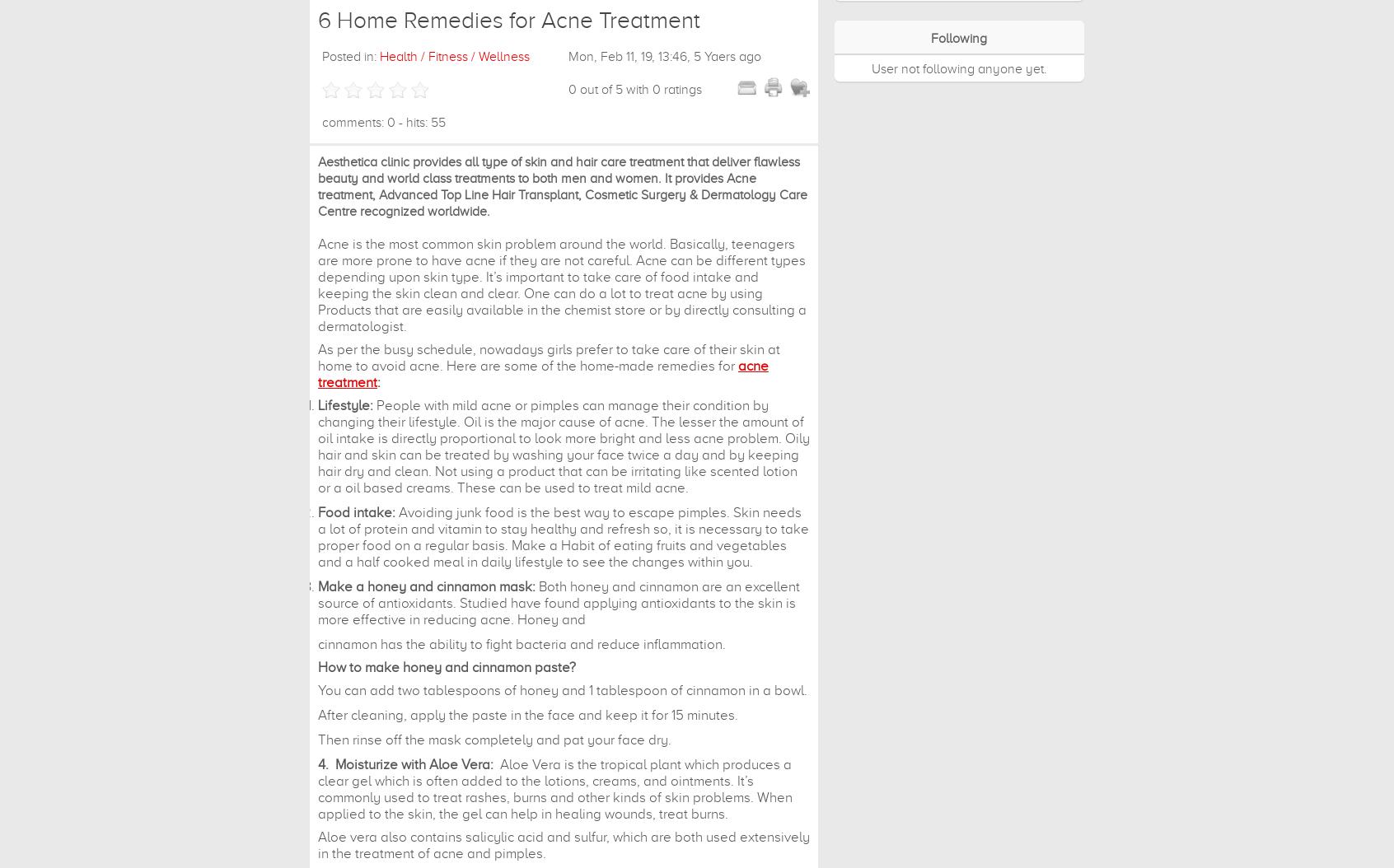 The height and width of the screenshot is (868, 1394). What do you see at coordinates (563, 186) in the screenshot?
I see `'Aesthetica clinic provides all type of skin and hair care treatment that deliver flawless beauty and world class treatments to both men and women. It provides Acne treatment, Advanced Top Line Hair Transplant, Cosmetic Surgery & Dermatology Care Centre recognized worldwide.'` at bounding box center [563, 186].